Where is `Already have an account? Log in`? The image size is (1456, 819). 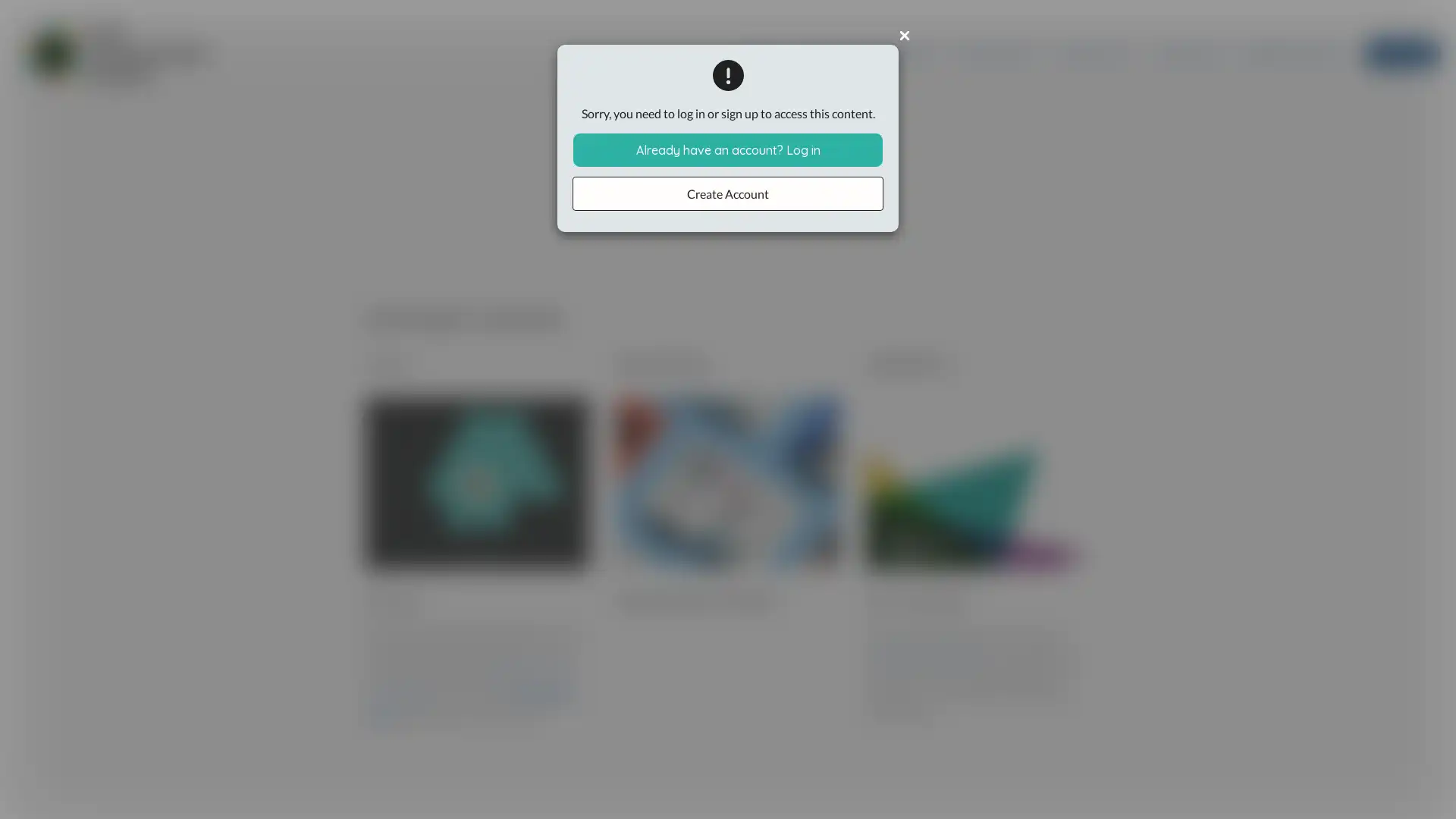 Already have an account? Log in is located at coordinates (728, 149).